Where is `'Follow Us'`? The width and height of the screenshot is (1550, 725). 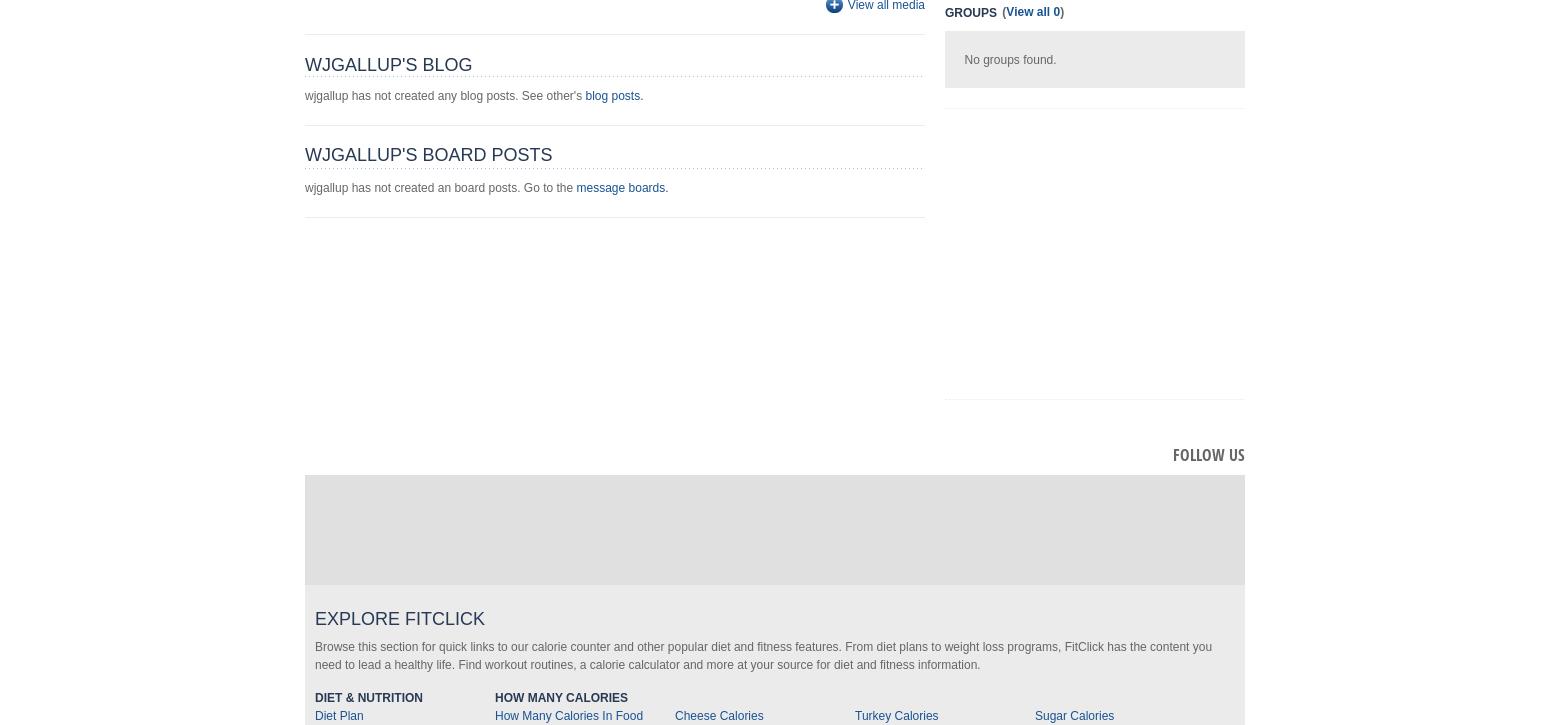 'Follow Us' is located at coordinates (1209, 454).